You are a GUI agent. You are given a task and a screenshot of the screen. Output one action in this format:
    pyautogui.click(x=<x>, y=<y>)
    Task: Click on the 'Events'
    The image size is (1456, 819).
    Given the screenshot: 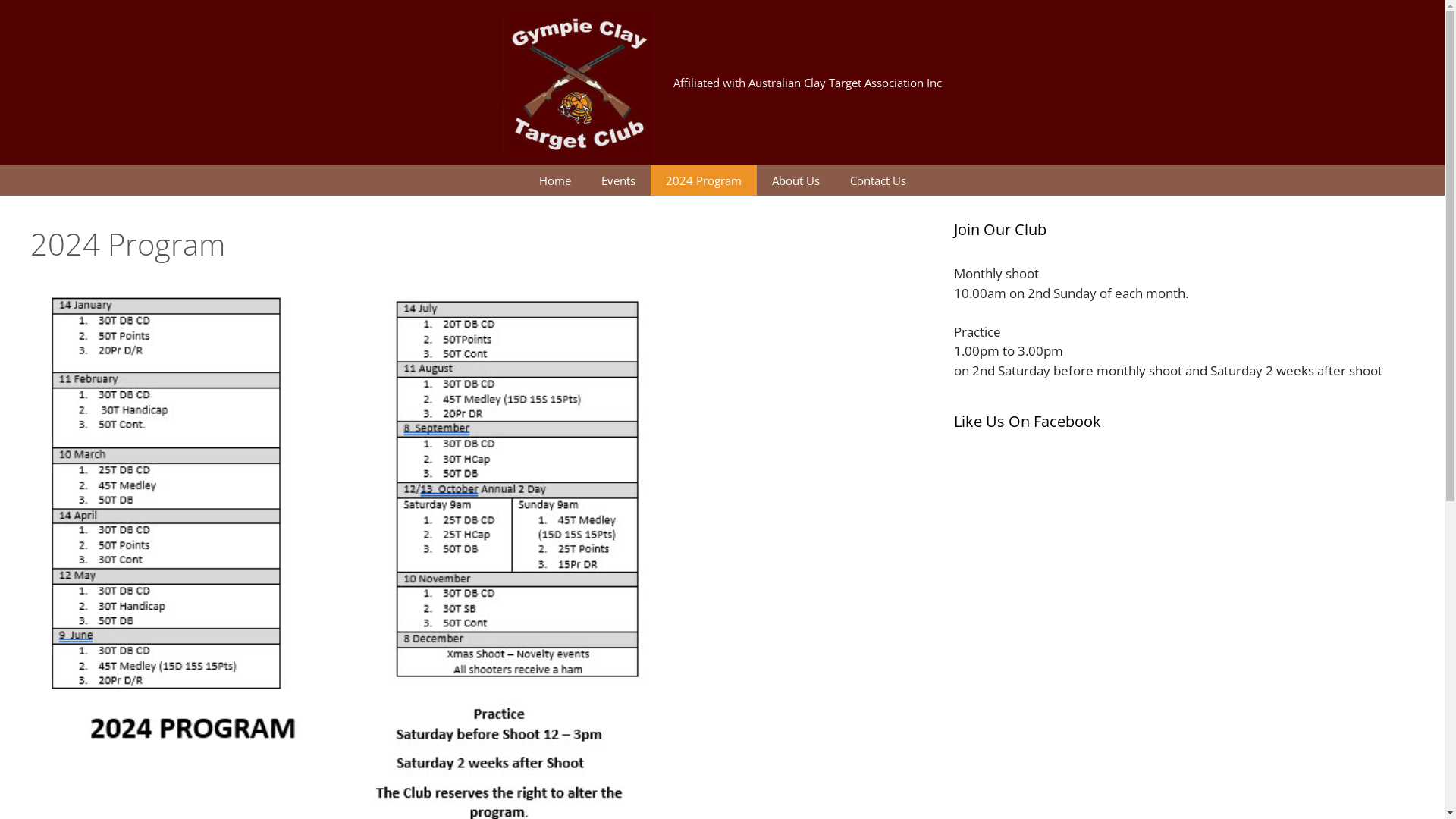 What is the action you would take?
    pyautogui.click(x=585, y=180)
    